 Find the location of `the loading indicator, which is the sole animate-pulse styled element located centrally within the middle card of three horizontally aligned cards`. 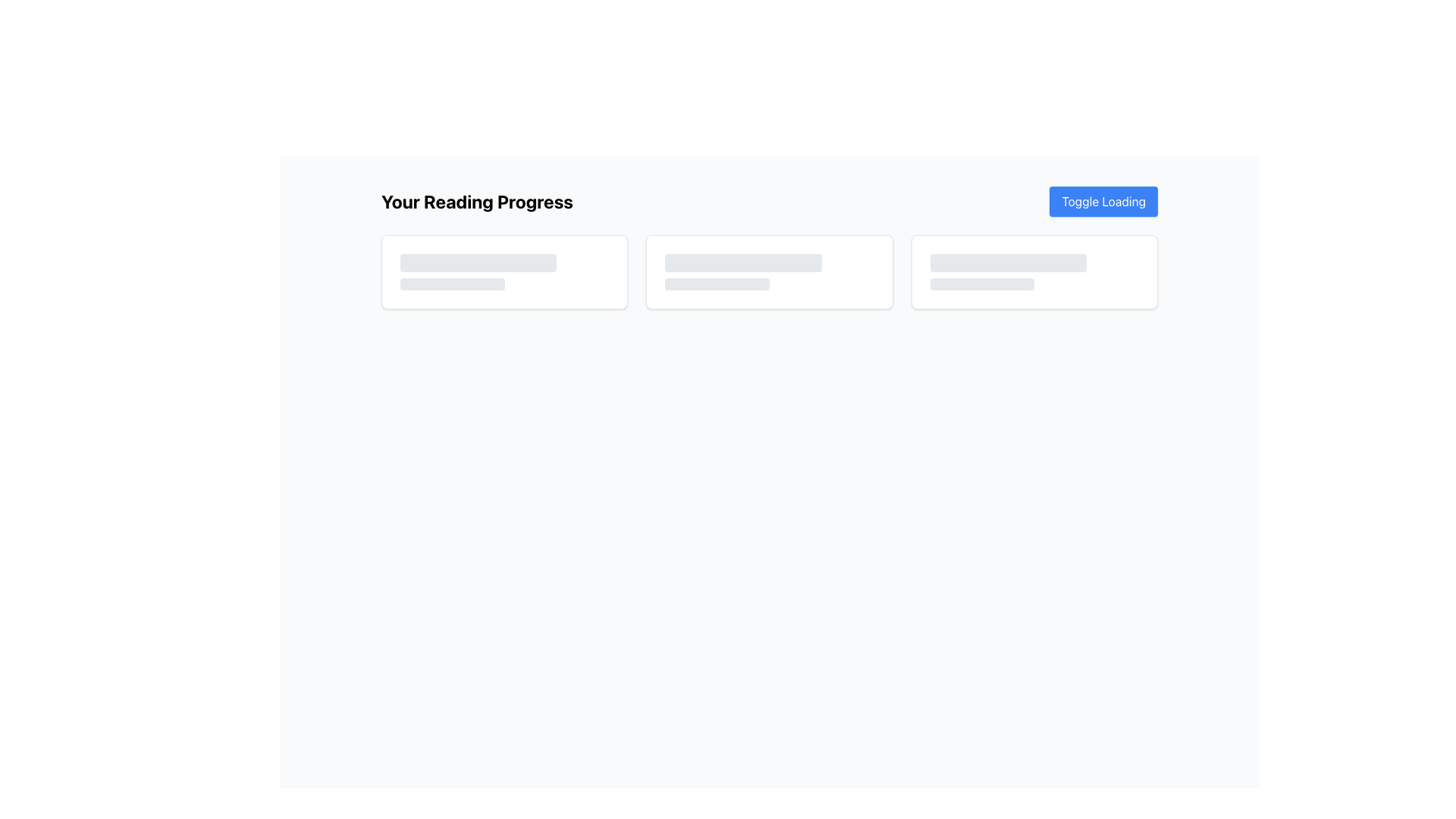

the loading indicator, which is the sole animate-pulse styled element located centrally within the middle card of three horizontally aligned cards is located at coordinates (769, 271).